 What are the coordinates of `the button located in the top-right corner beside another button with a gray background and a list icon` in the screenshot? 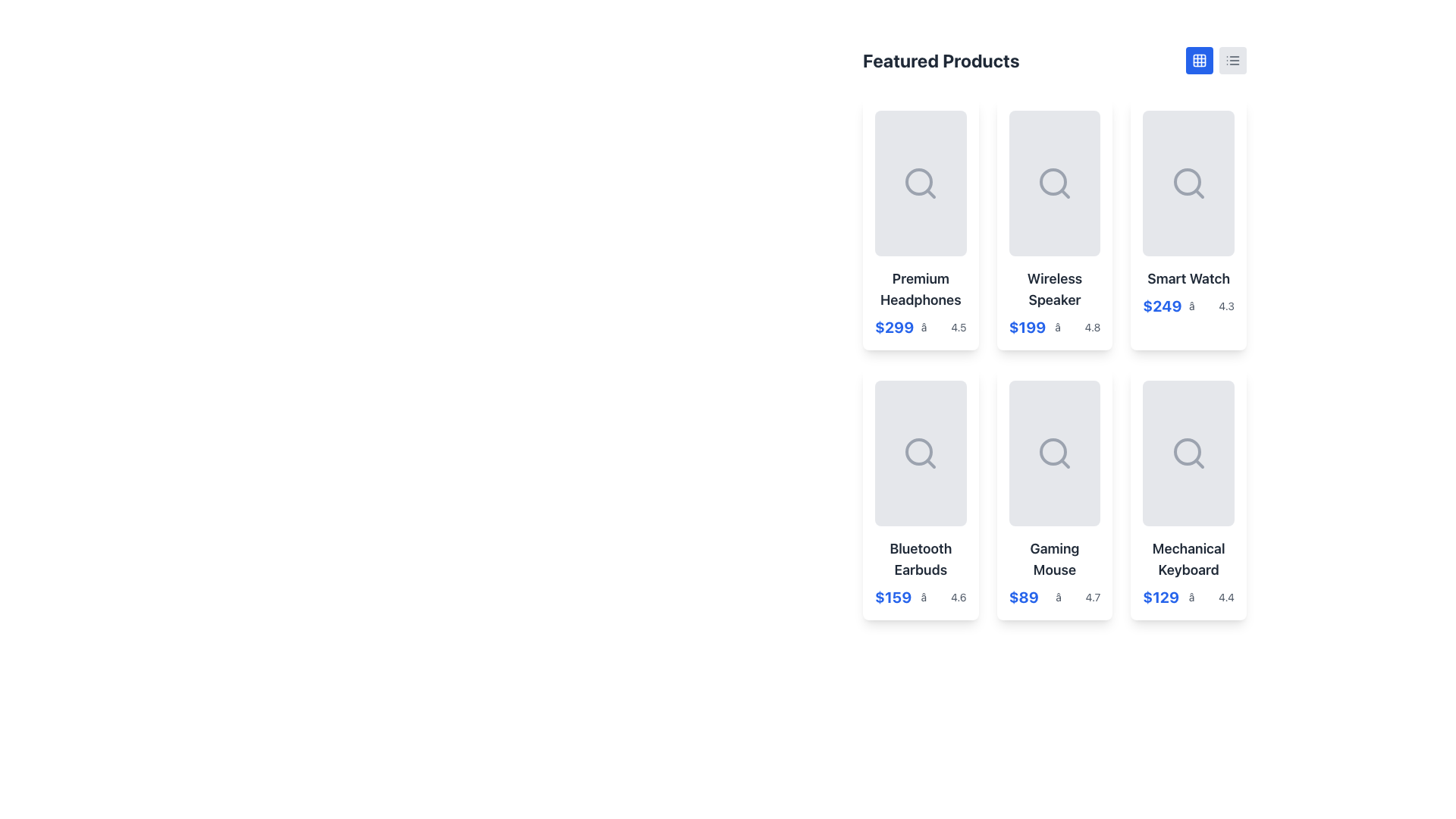 It's located at (1199, 60).